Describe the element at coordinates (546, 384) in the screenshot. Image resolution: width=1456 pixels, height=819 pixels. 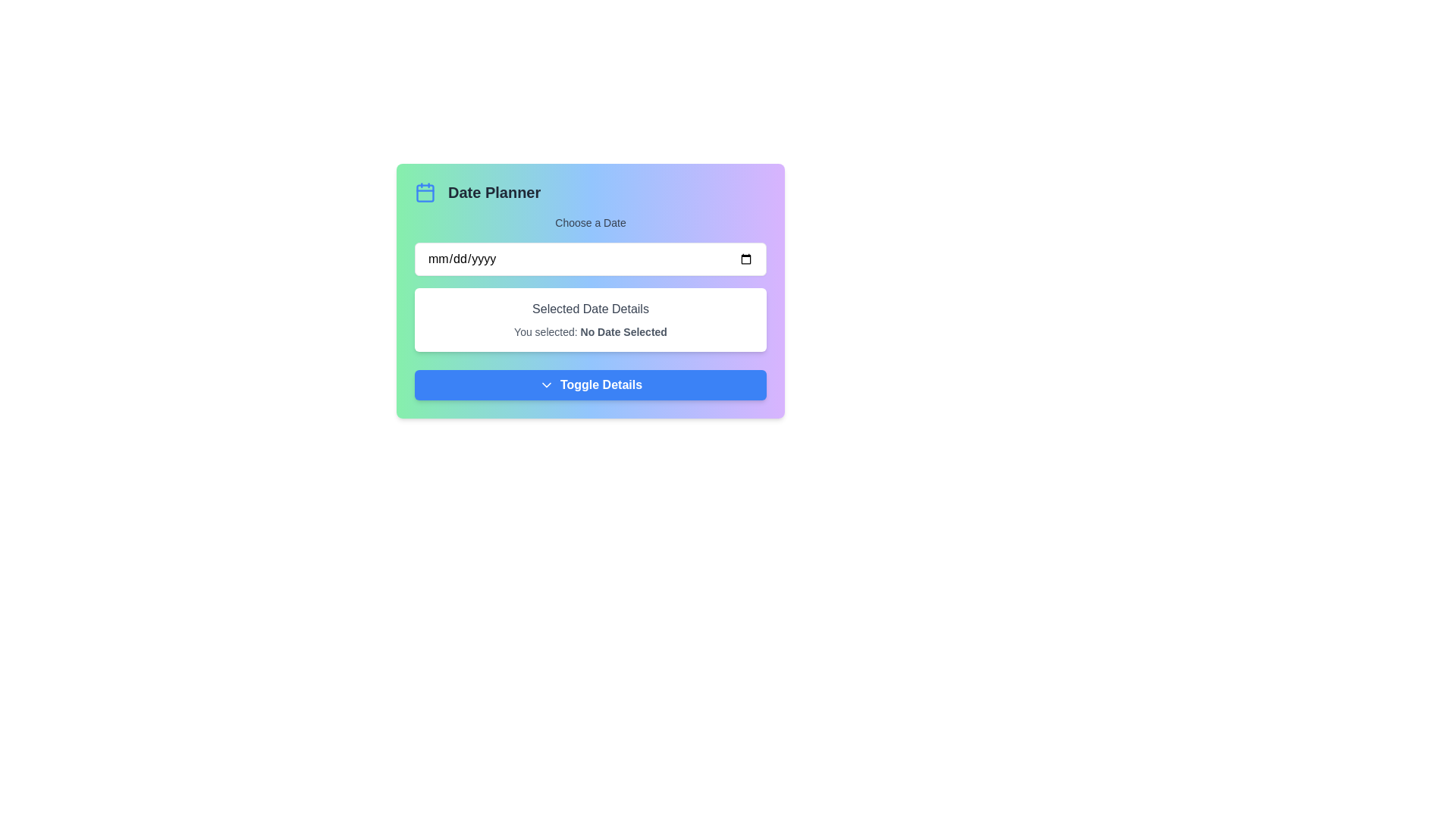
I see `the directional indicator icon located to the left of the text label within the 'Toggle Details' button at the bottom of the Date Planner widget` at that location.